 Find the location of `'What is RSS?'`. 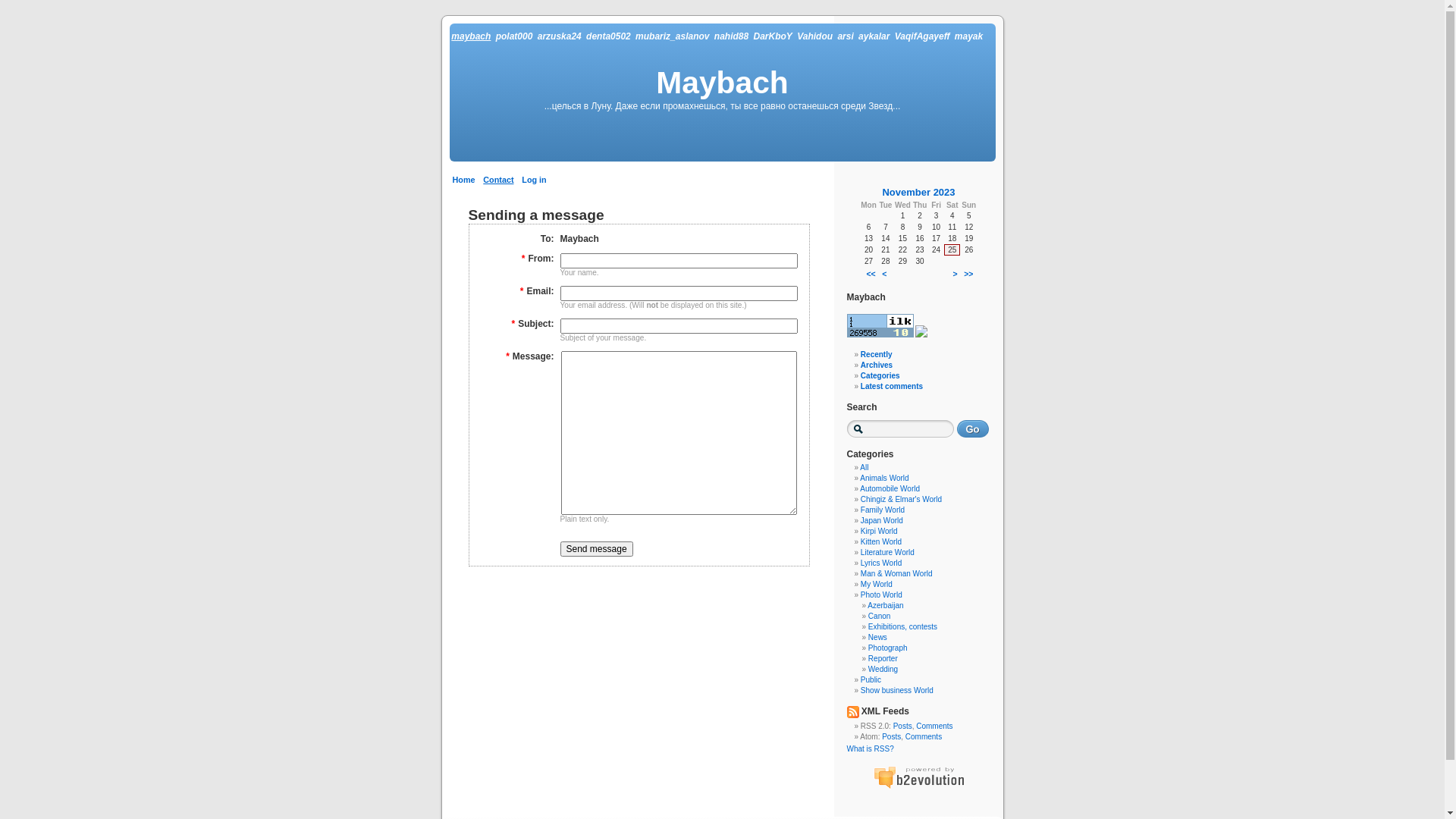

'What is RSS?' is located at coordinates (870, 748).